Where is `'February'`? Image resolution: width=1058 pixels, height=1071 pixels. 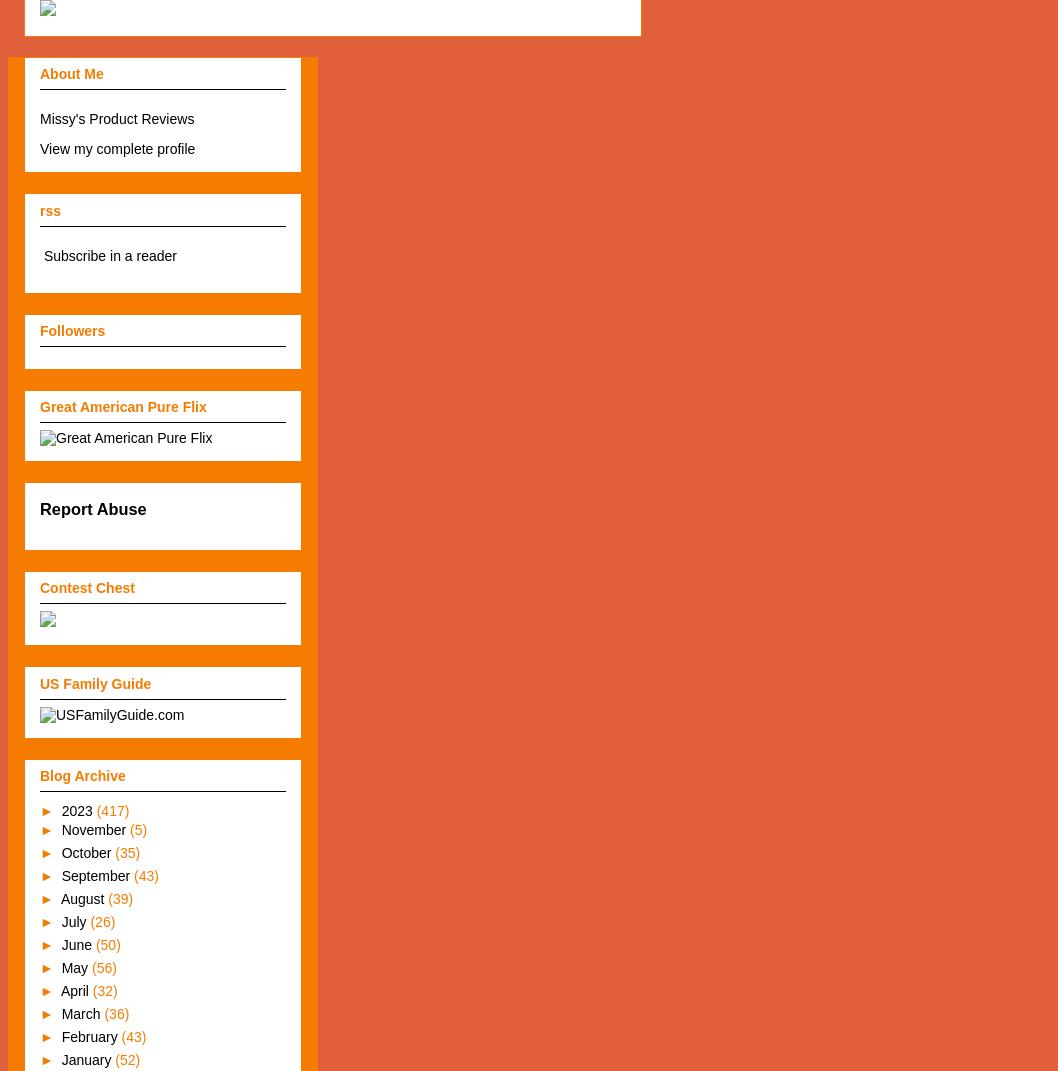
'February' is located at coordinates (89, 1037).